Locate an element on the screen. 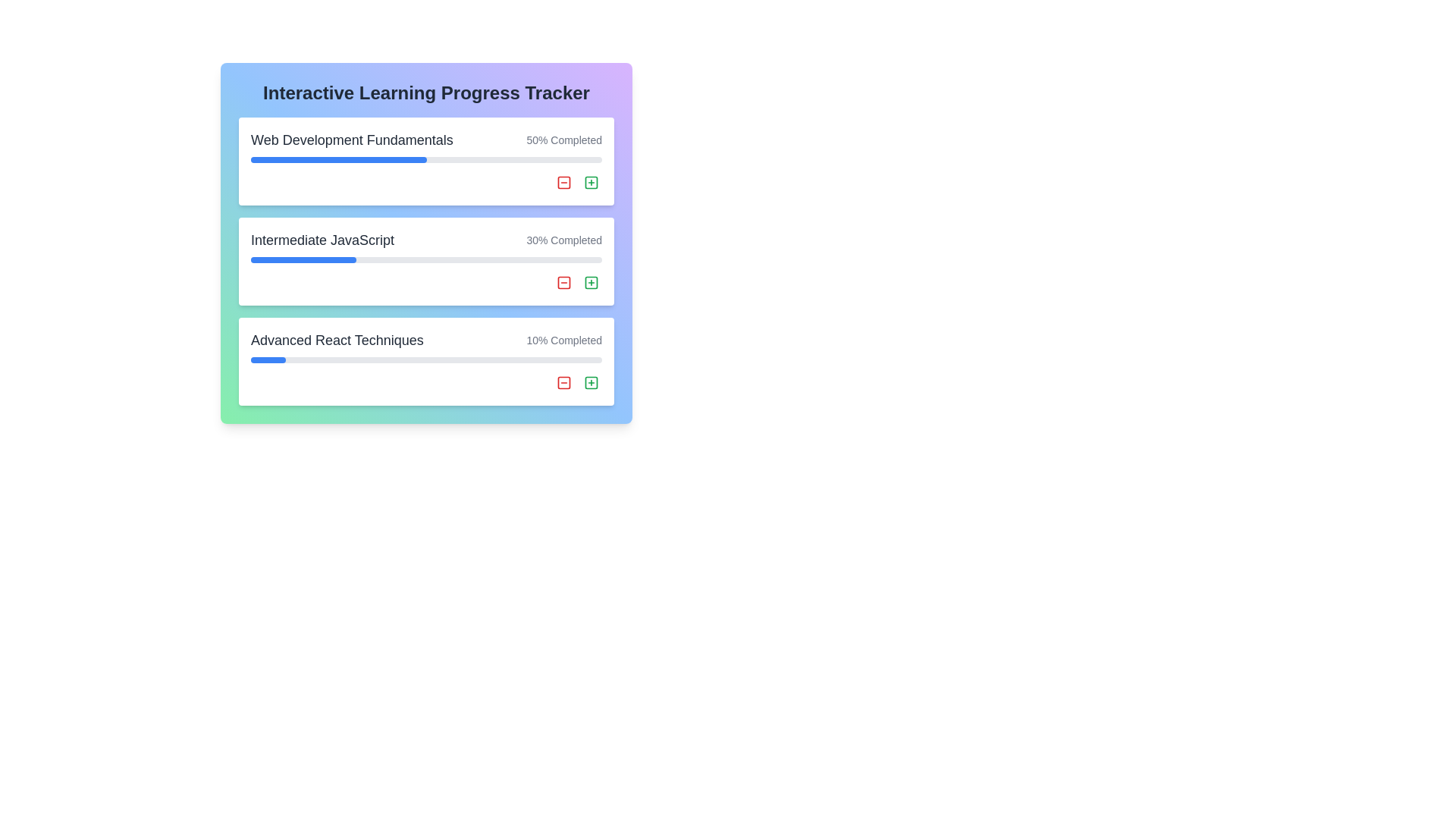 This screenshot has height=819, width=1456. the green square icon with a plus symbol, located to the right of the progress bar for the 'Intermediate JavaScript' module, to possibly display a tooltip is located at coordinates (590, 283).